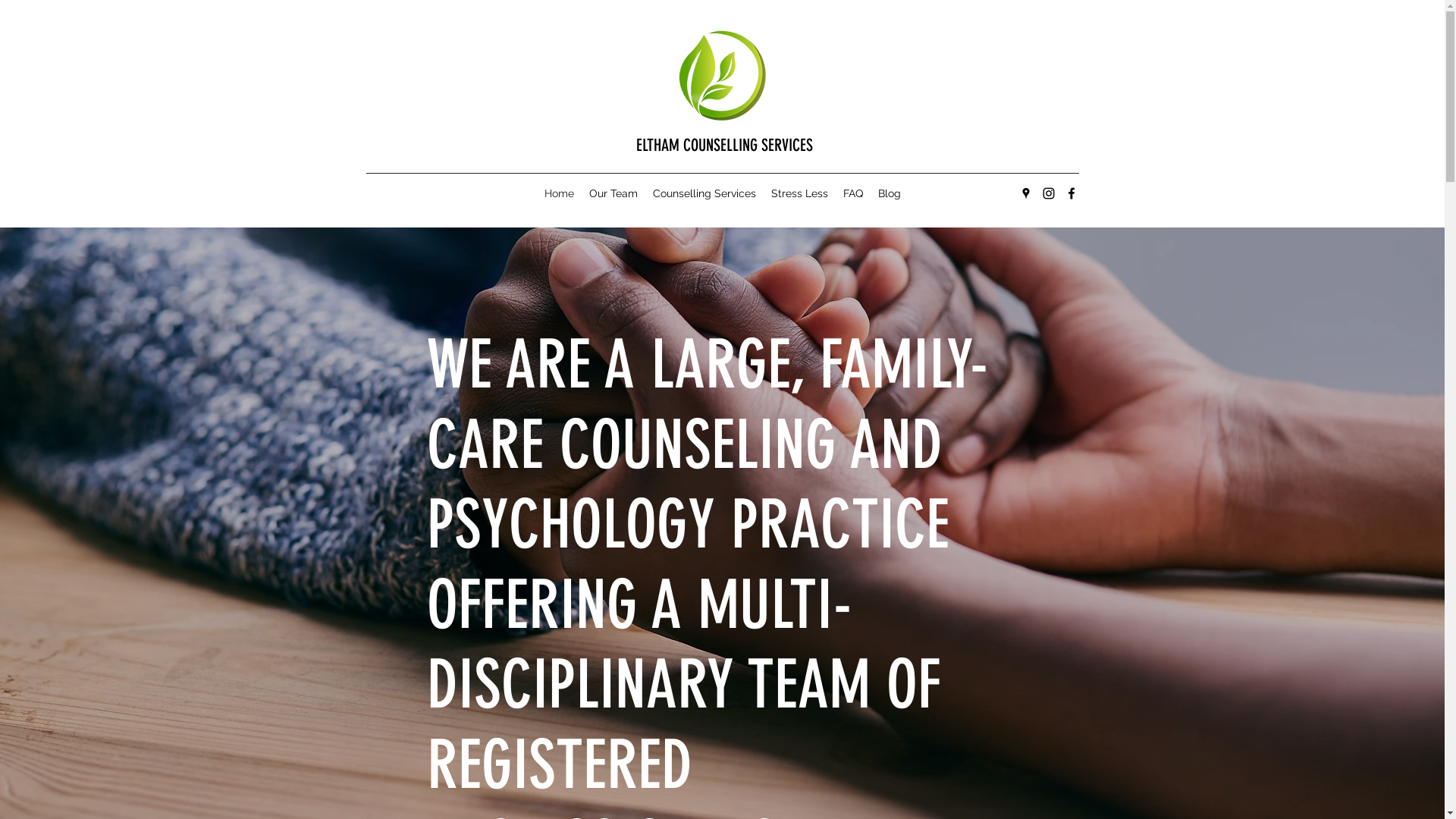  Describe the element at coordinates (702, 192) in the screenshot. I see `'Counselling Services'` at that location.